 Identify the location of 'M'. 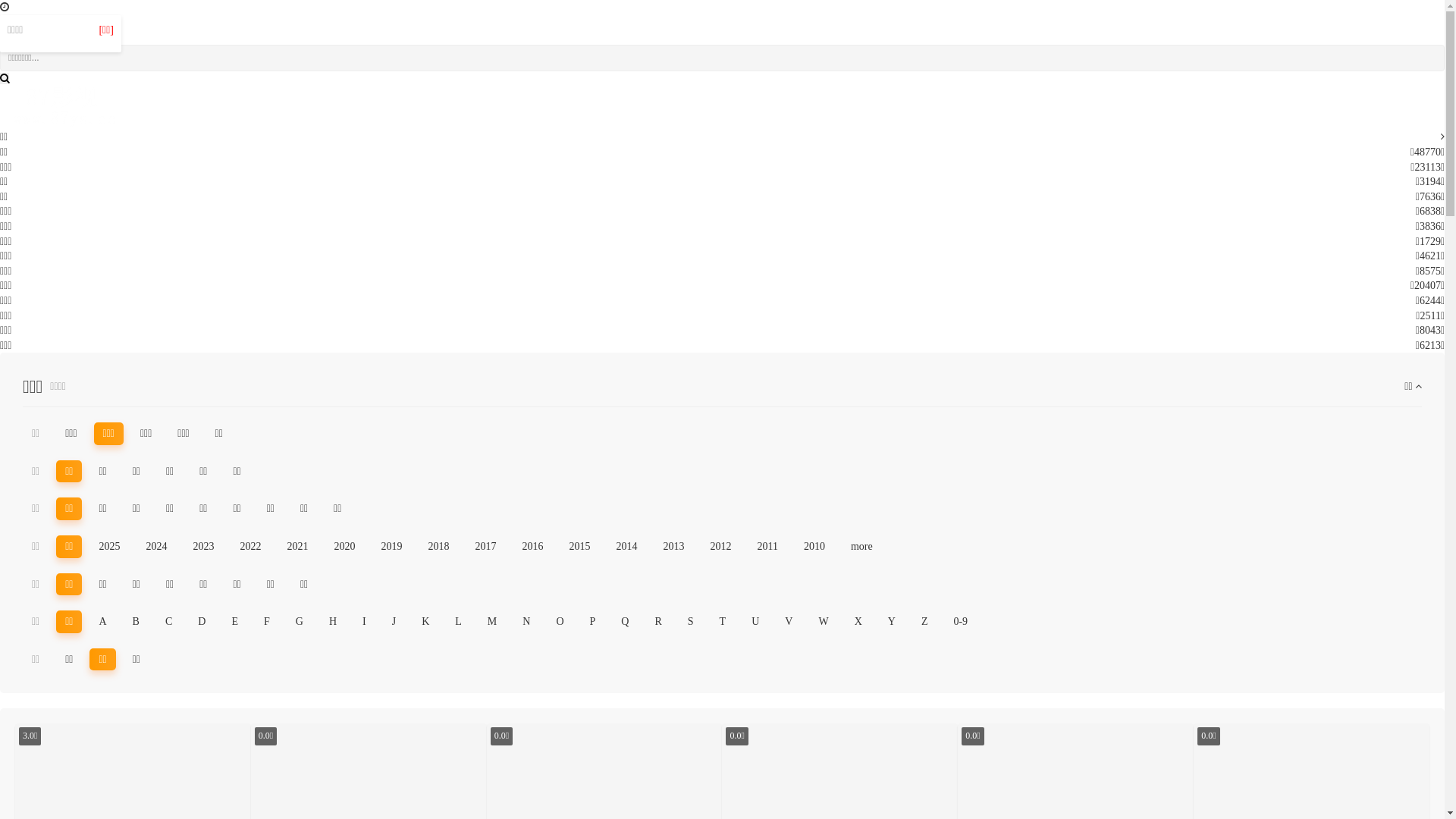
(491, 622).